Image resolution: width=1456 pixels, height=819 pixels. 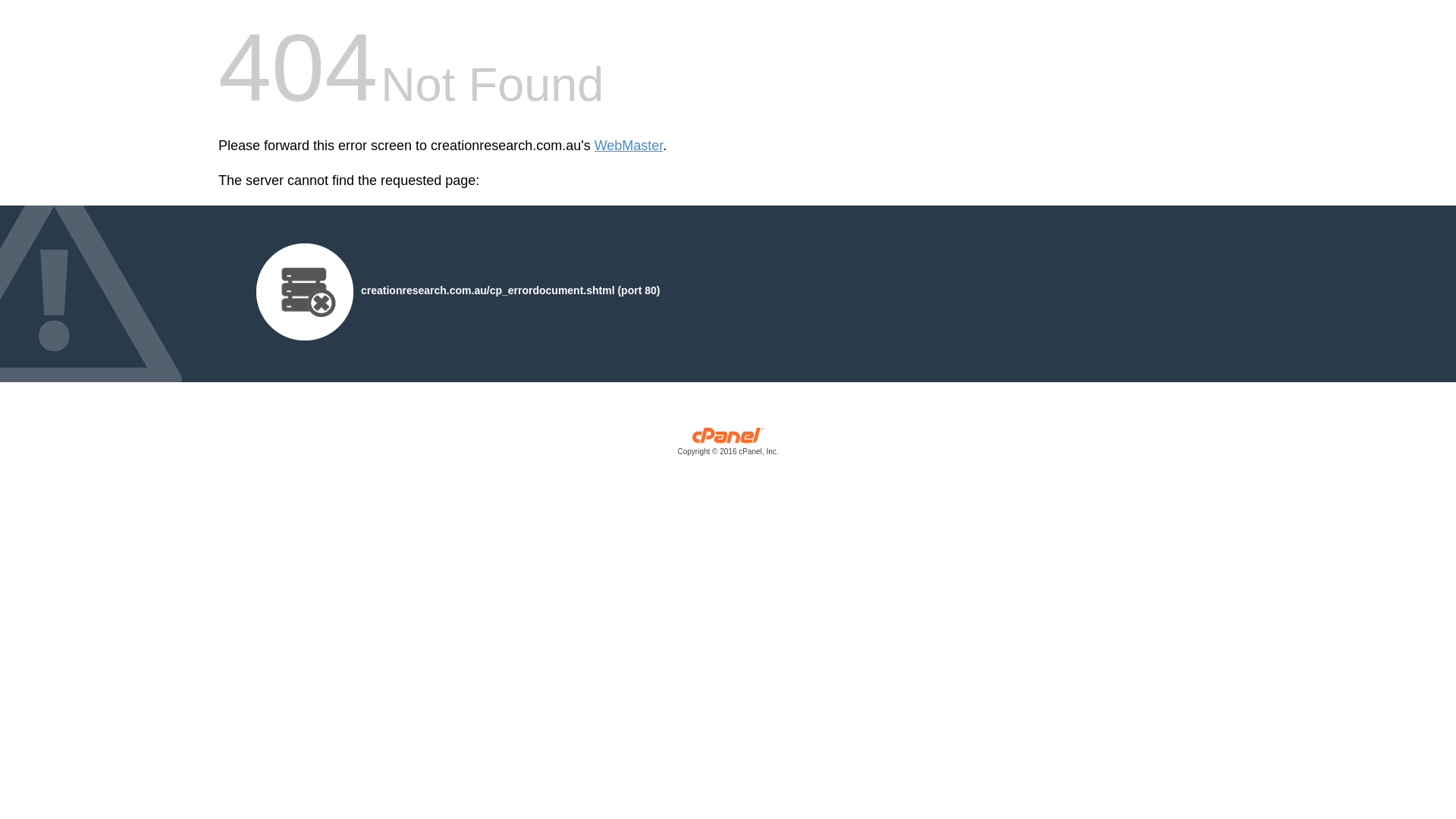 I want to click on 'WebMaster', so click(x=629, y=146).